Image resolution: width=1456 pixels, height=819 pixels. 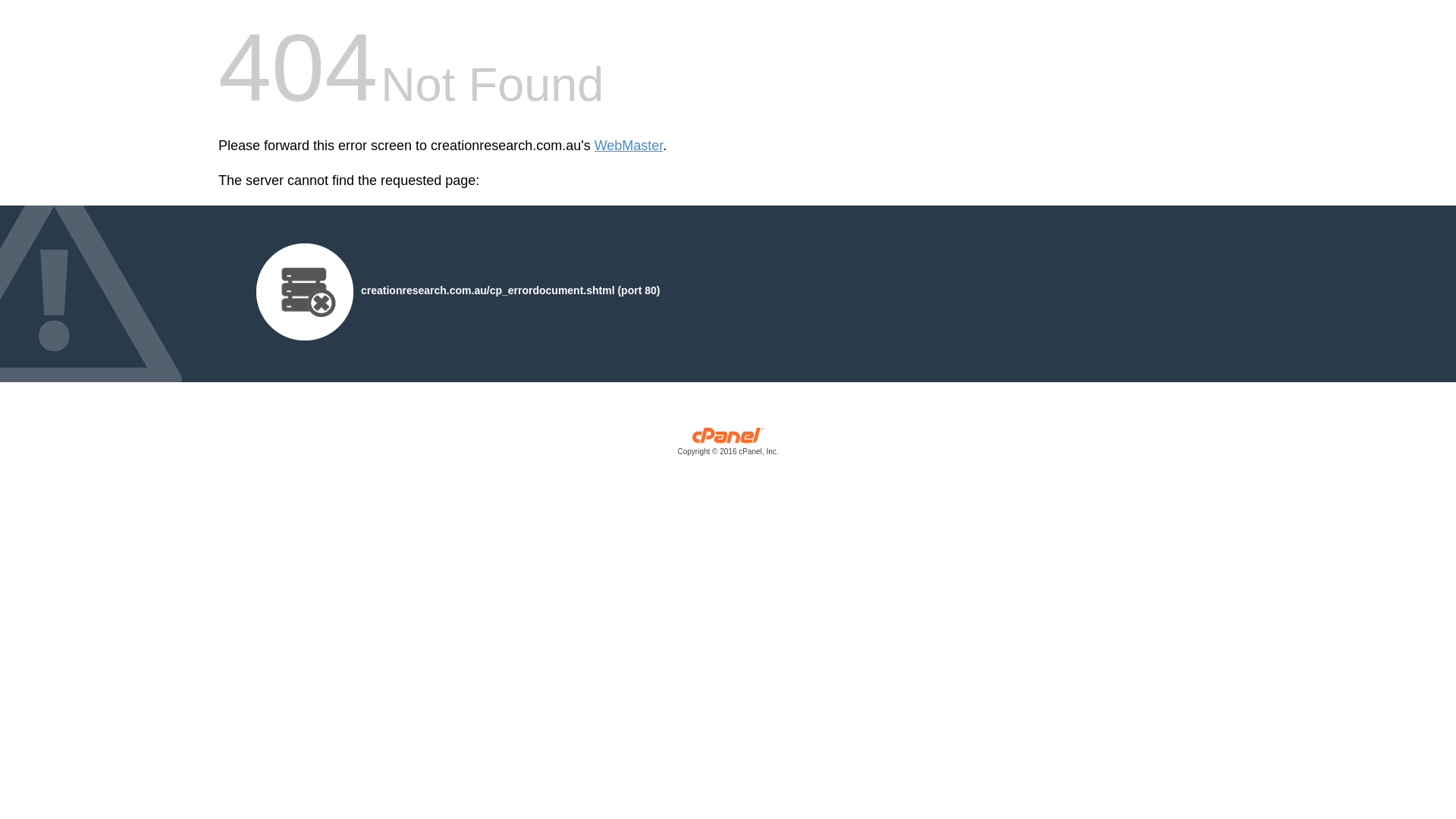 I want to click on 'WebMaster', so click(x=629, y=146).